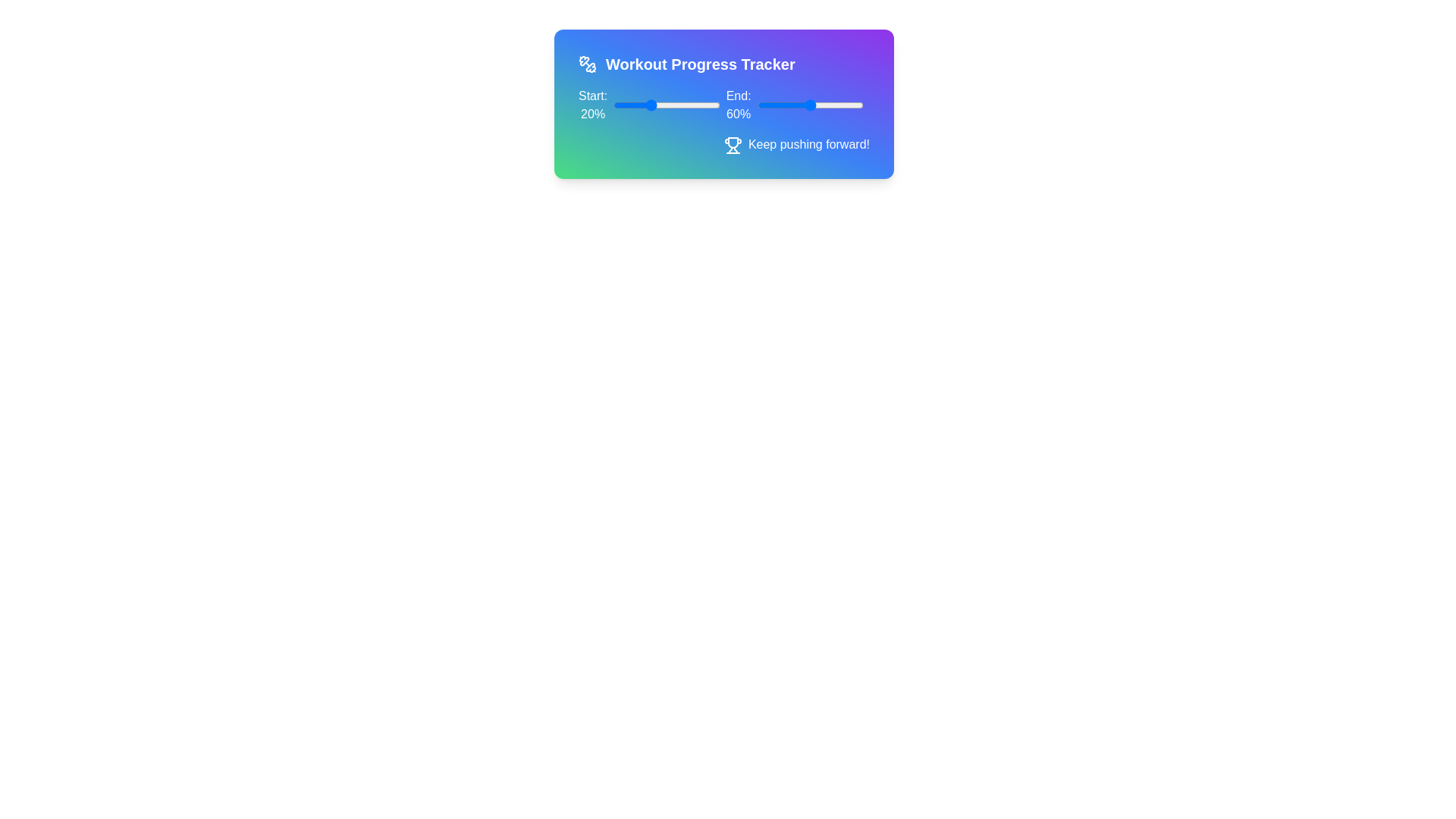 Image resolution: width=1456 pixels, height=819 pixels. Describe the element at coordinates (723, 104) in the screenshot. I see `the left slider handle of the range slider group, which is visually represented by a blue slider control with the label 'Start: 20%'` at that location.